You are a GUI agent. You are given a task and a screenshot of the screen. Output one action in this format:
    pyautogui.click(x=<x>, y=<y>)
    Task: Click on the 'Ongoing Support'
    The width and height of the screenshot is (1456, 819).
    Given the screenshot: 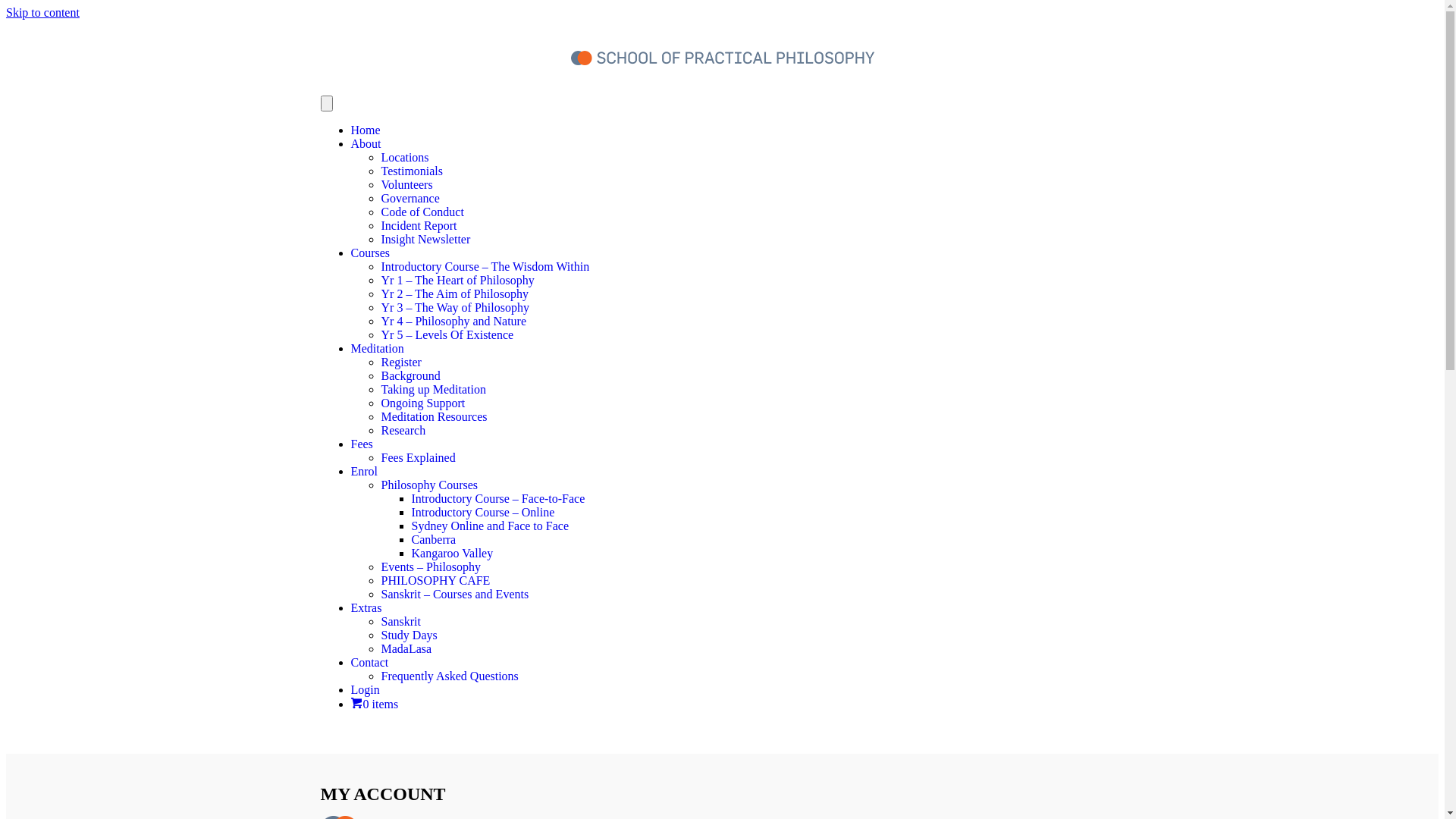 What is the action you would take?
    pyautogui.click(x=422, y=402)
    